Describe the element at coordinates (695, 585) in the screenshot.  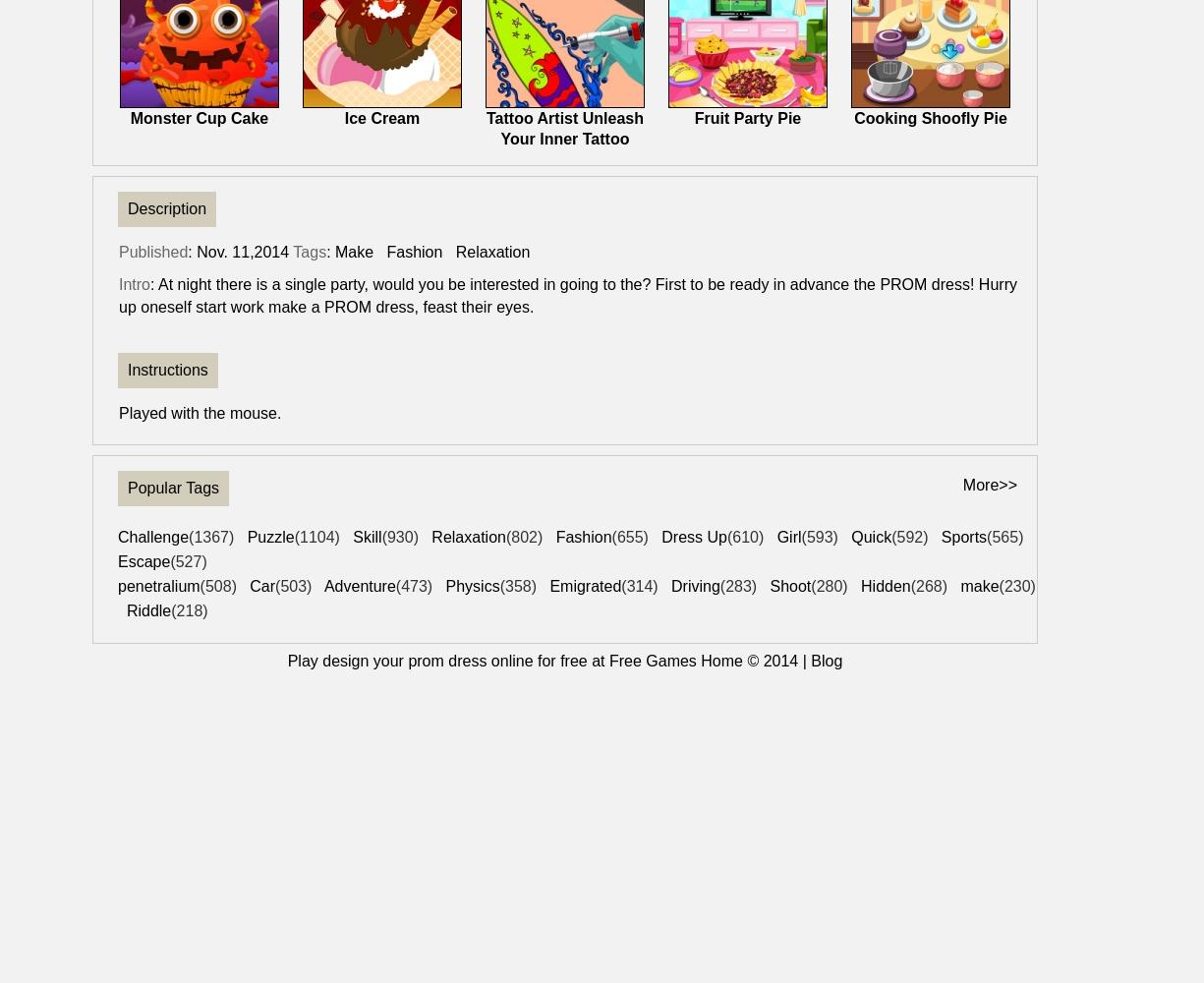
I see `'Driving'` at that location.